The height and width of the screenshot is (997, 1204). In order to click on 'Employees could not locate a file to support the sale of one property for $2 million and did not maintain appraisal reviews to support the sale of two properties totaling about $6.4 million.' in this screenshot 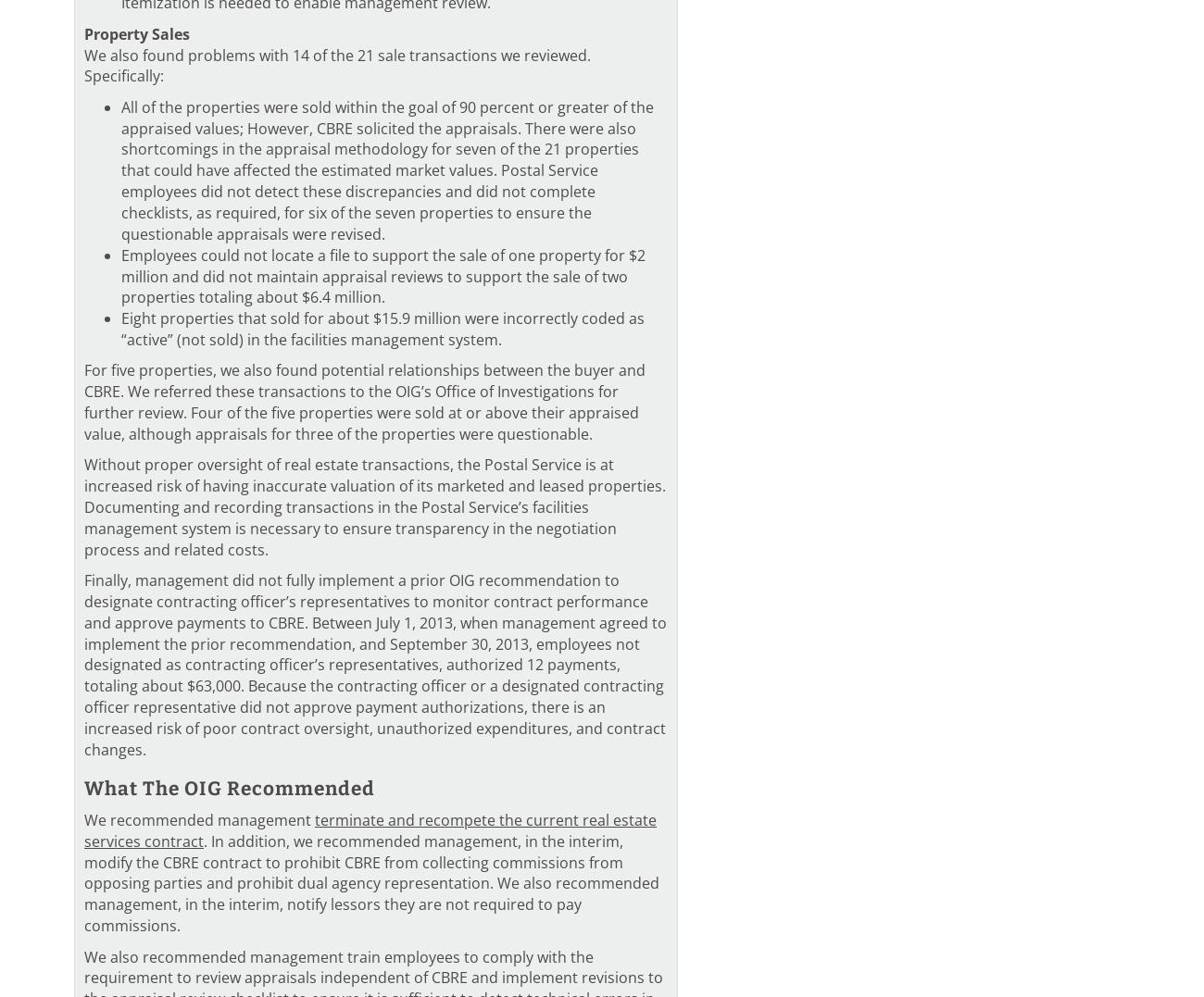, I will do `click(383, 276)`.